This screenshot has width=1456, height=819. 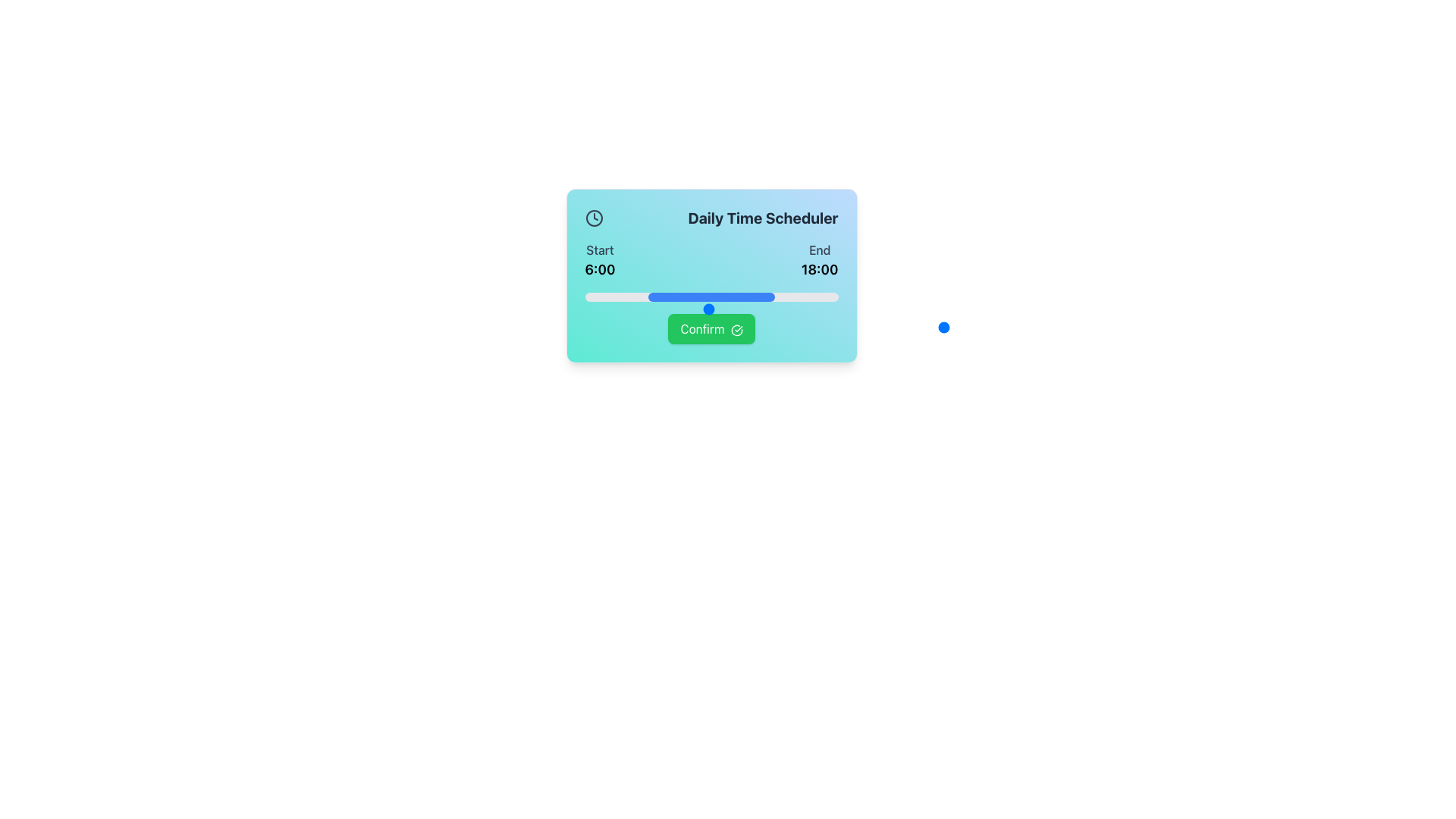 What do you see at coordinates (825, 309) in the screenshot?
I see `the handle of the horizontal range slider, which is currently set at a value of 6` at bounding box center [825, 309].